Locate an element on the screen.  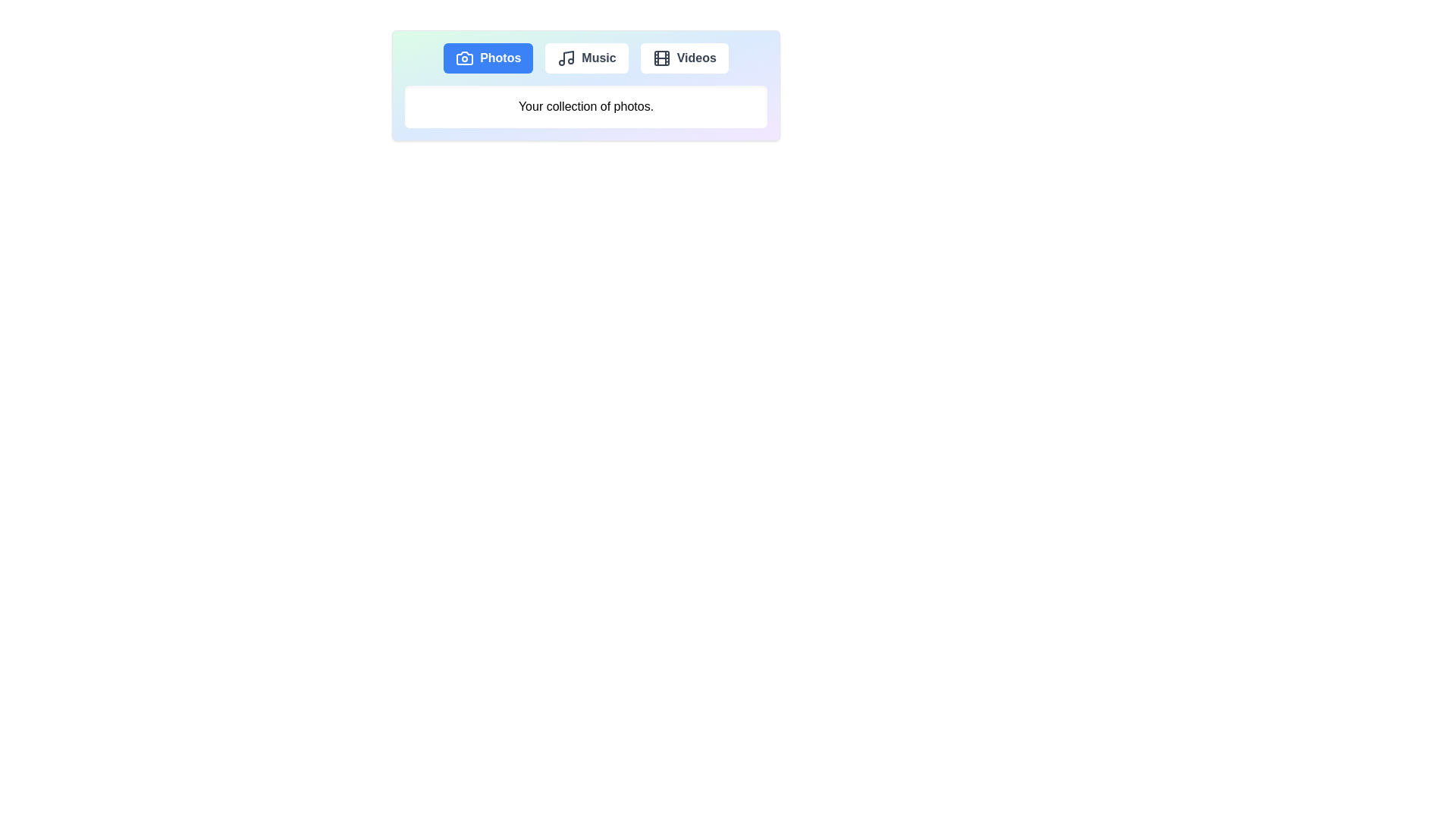
the Text Display that shows the phrase 'Your collection of photos.' which is styled with a white background and positioned centrally beneath the buttons labeled 'Photos', 'Music', and 'Videos' is located at coordinates (585, 106).